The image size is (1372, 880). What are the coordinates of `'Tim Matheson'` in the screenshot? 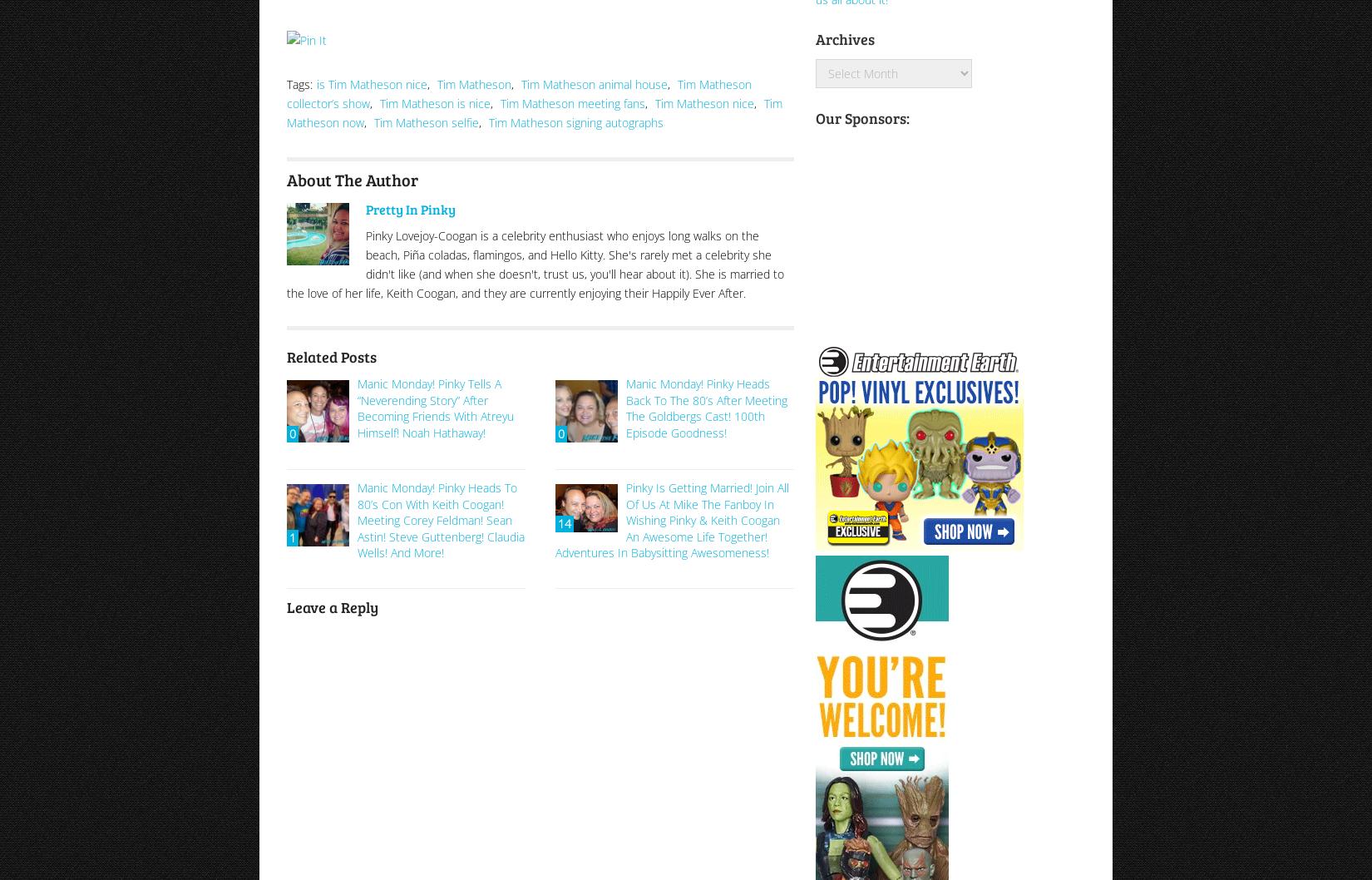 It's located at (473, 82).